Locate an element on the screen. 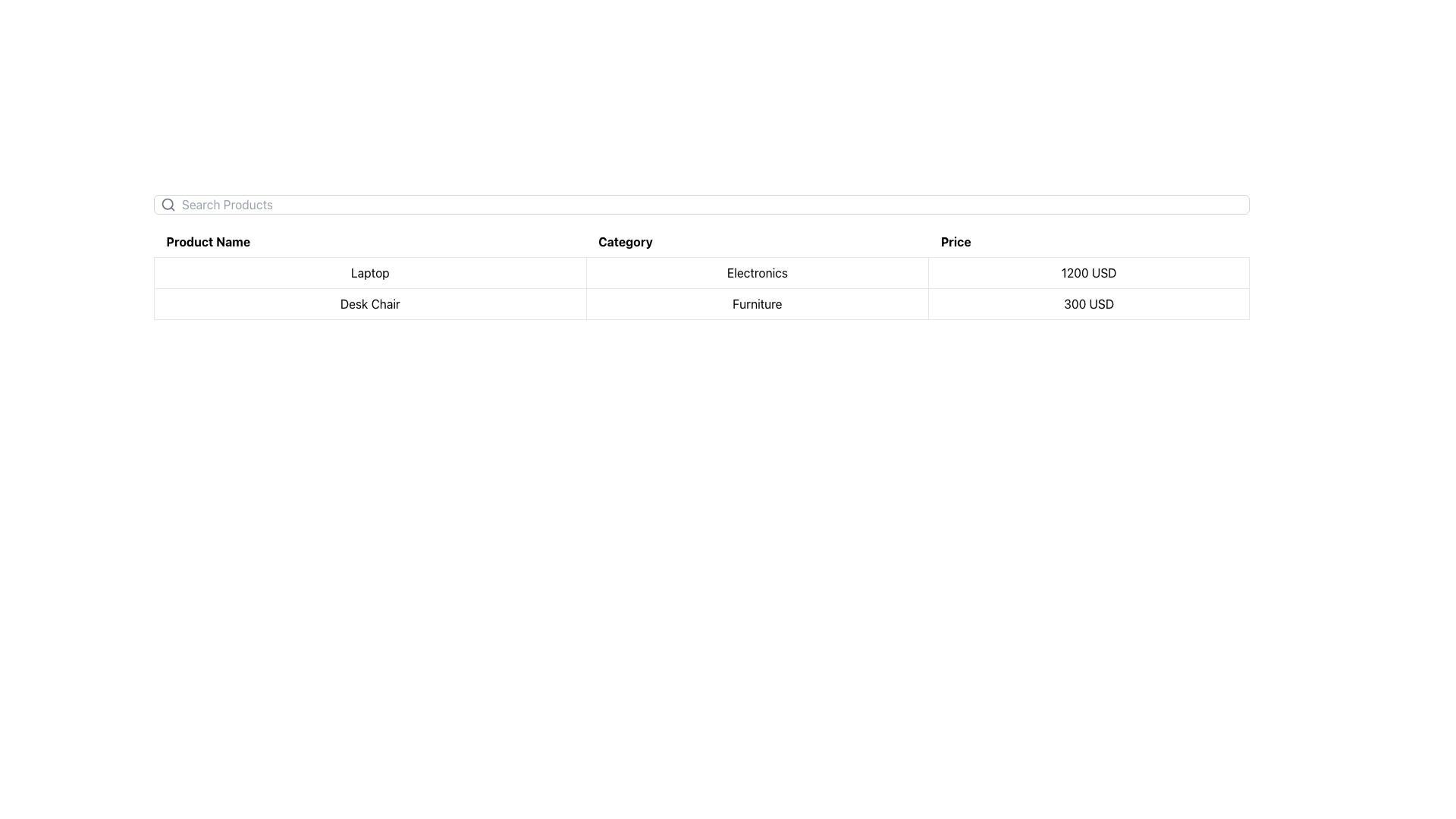 Image resolution: width=1456 pixels, height=819 pixels. the 'Desk Chair' text element in the 'Product Name' column of the second row in the product details table is located at coordinates (370, 304).